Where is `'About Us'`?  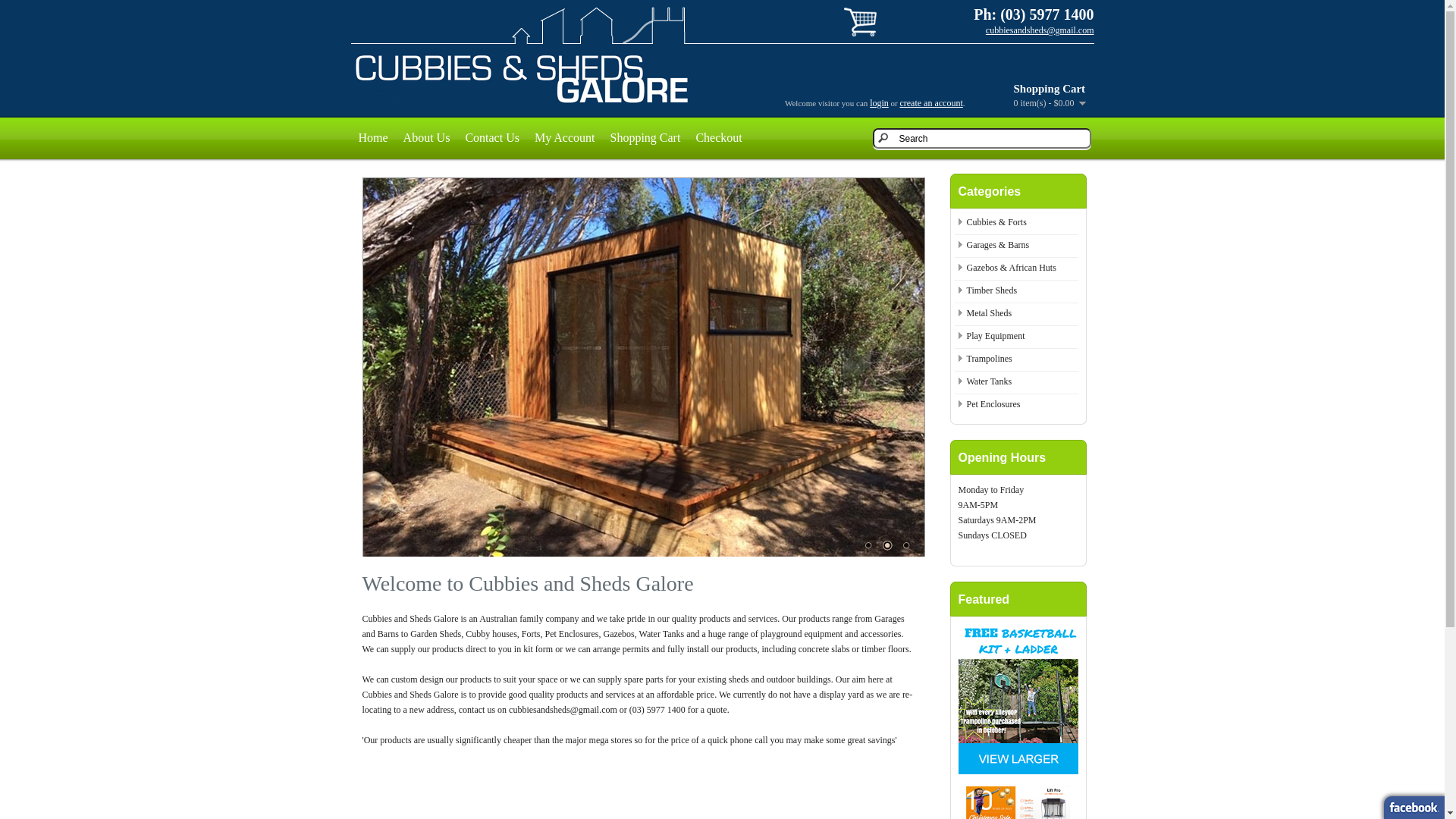
'About Us' is located at coordinates (425, 137).